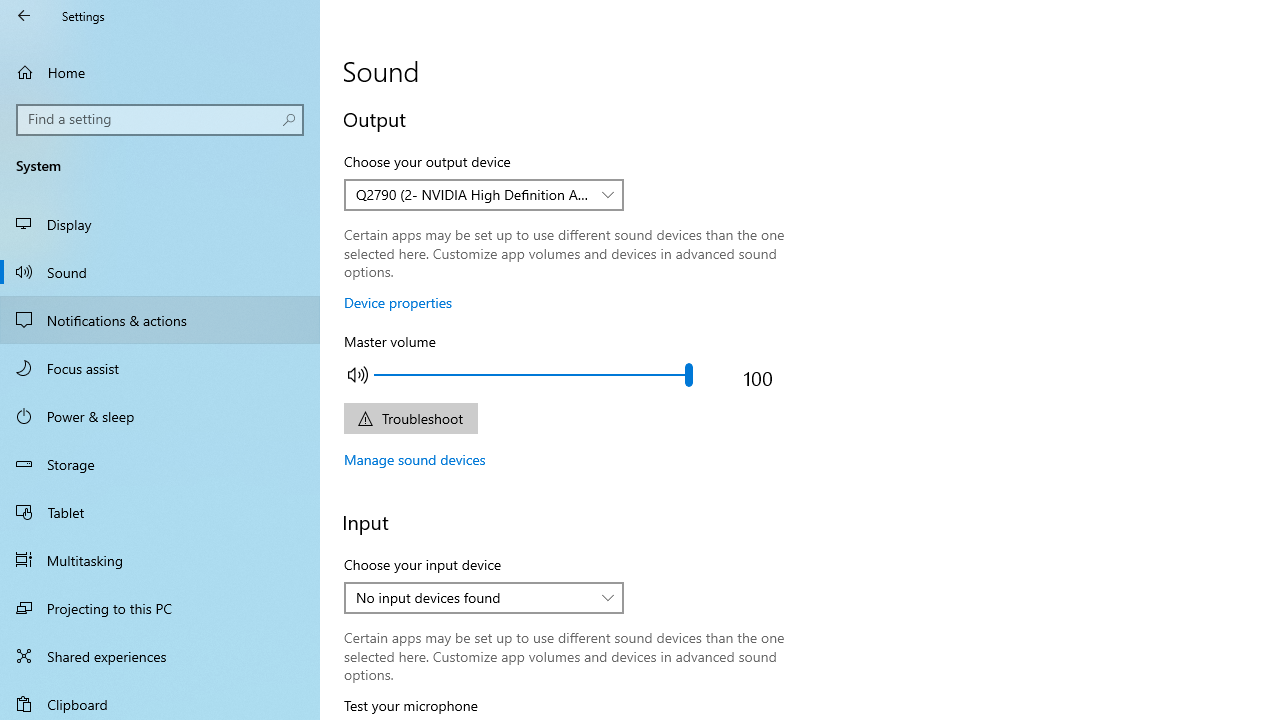  I want to click on 'Storage', so click(160, 464).